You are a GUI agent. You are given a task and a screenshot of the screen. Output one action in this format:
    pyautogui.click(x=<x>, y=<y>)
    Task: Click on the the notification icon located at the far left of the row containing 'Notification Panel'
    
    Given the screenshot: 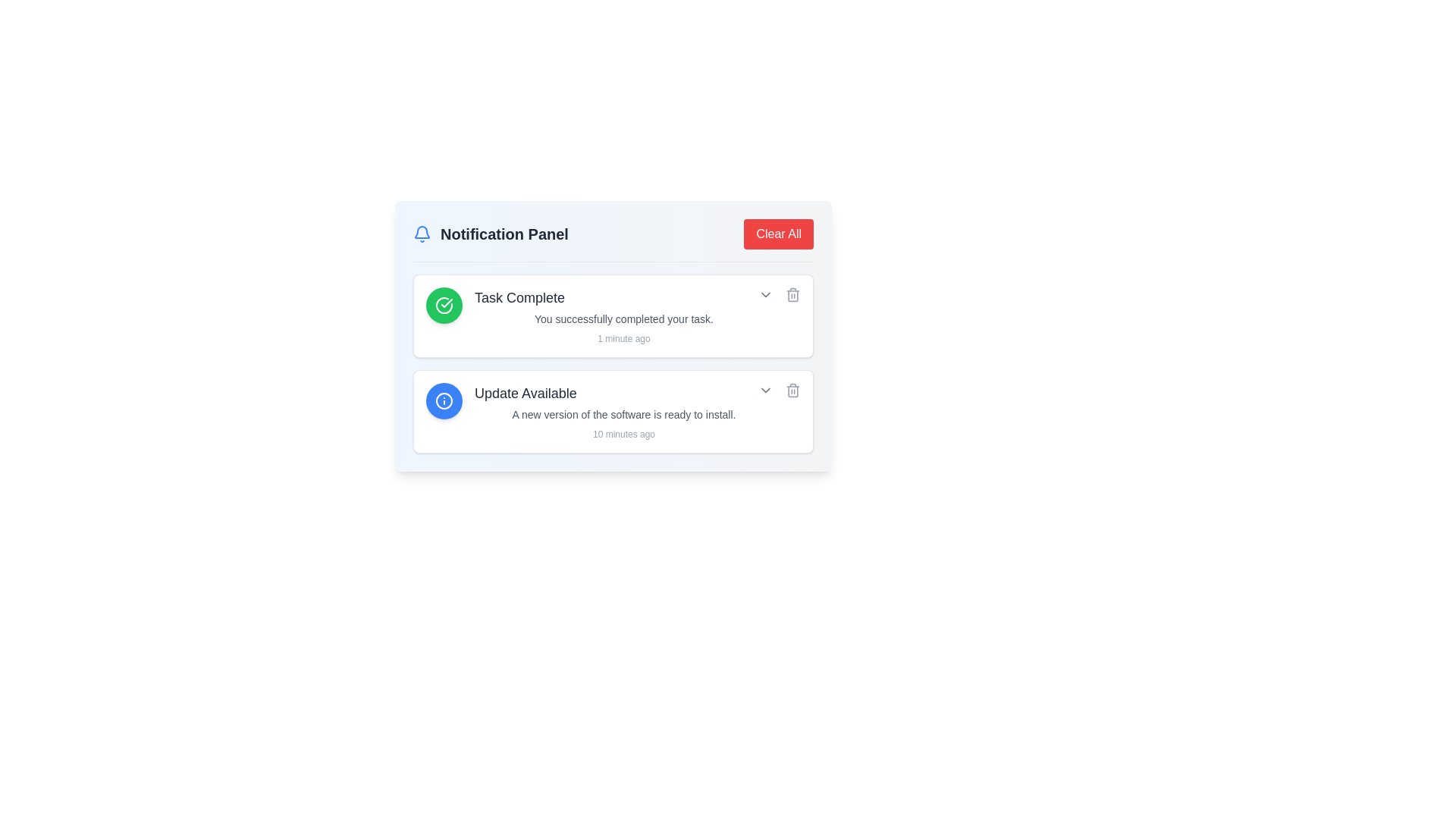 What is the action you would take?
    pyautogui.click(x=422, y=234)
    